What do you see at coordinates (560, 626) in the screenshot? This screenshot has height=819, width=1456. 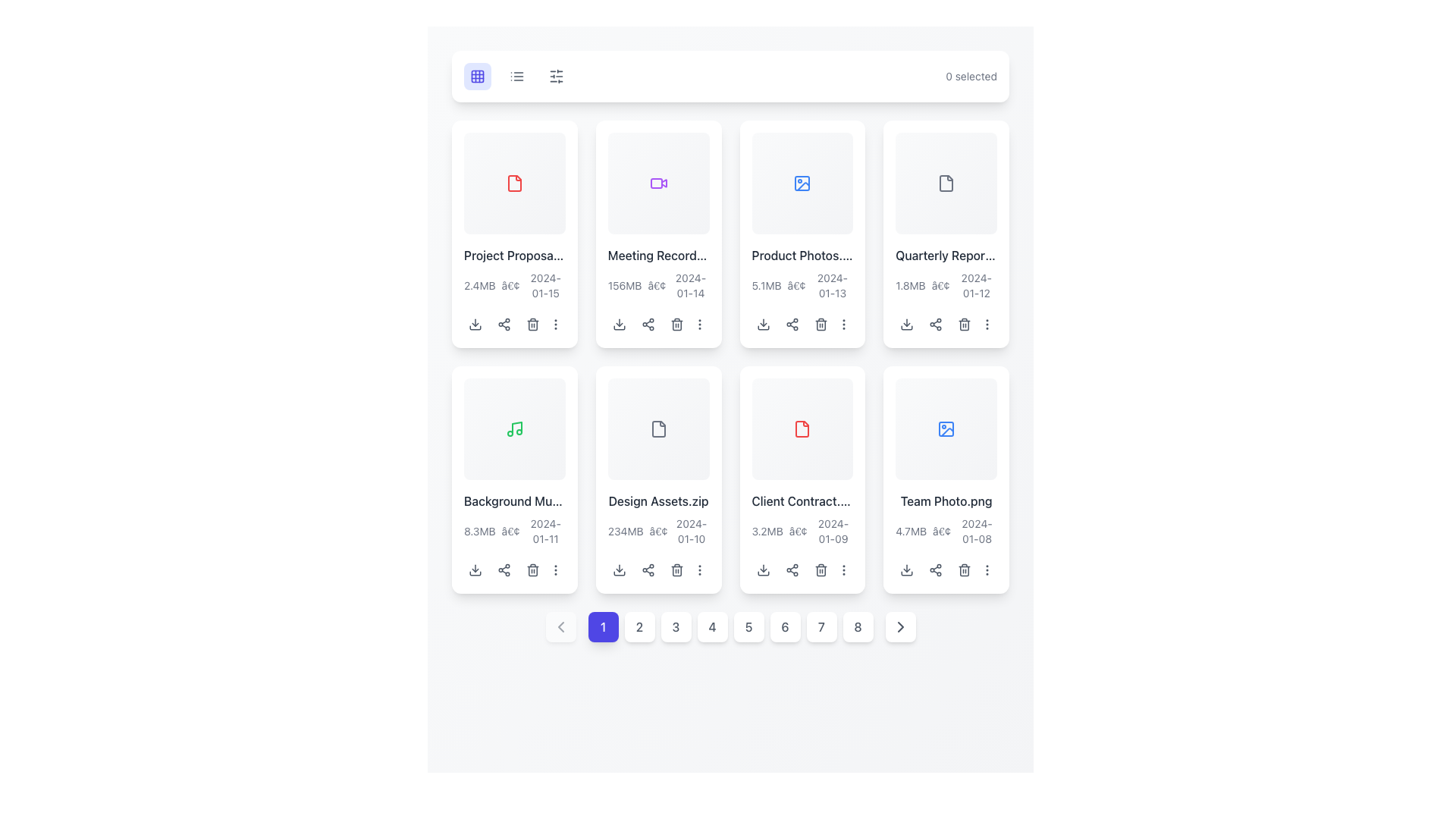 I see `the left-facing chevron icon button located in the bottom-left corner of the pagination controls` at bounding box center [560, 626].